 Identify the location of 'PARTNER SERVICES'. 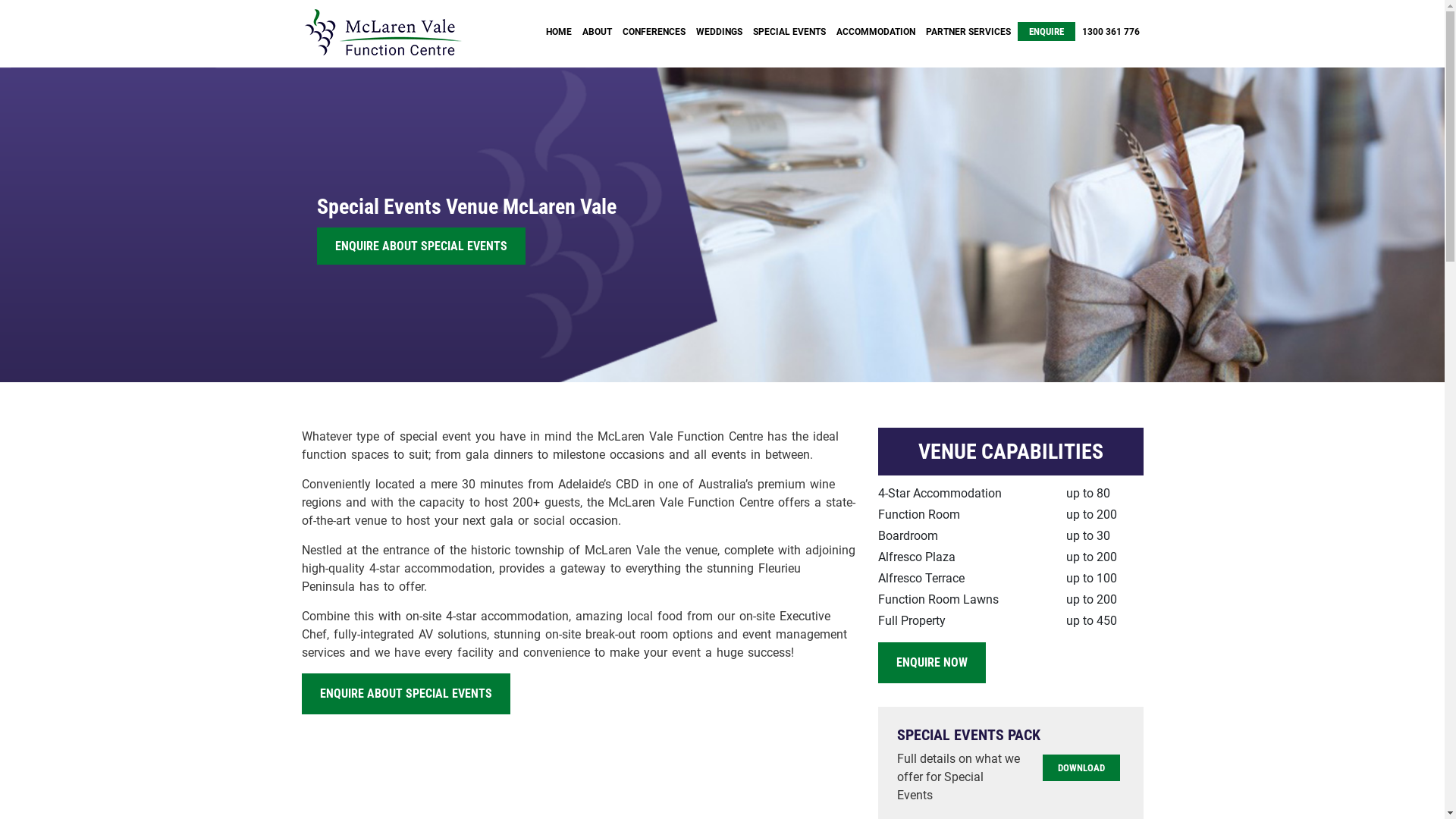
(921, 32).